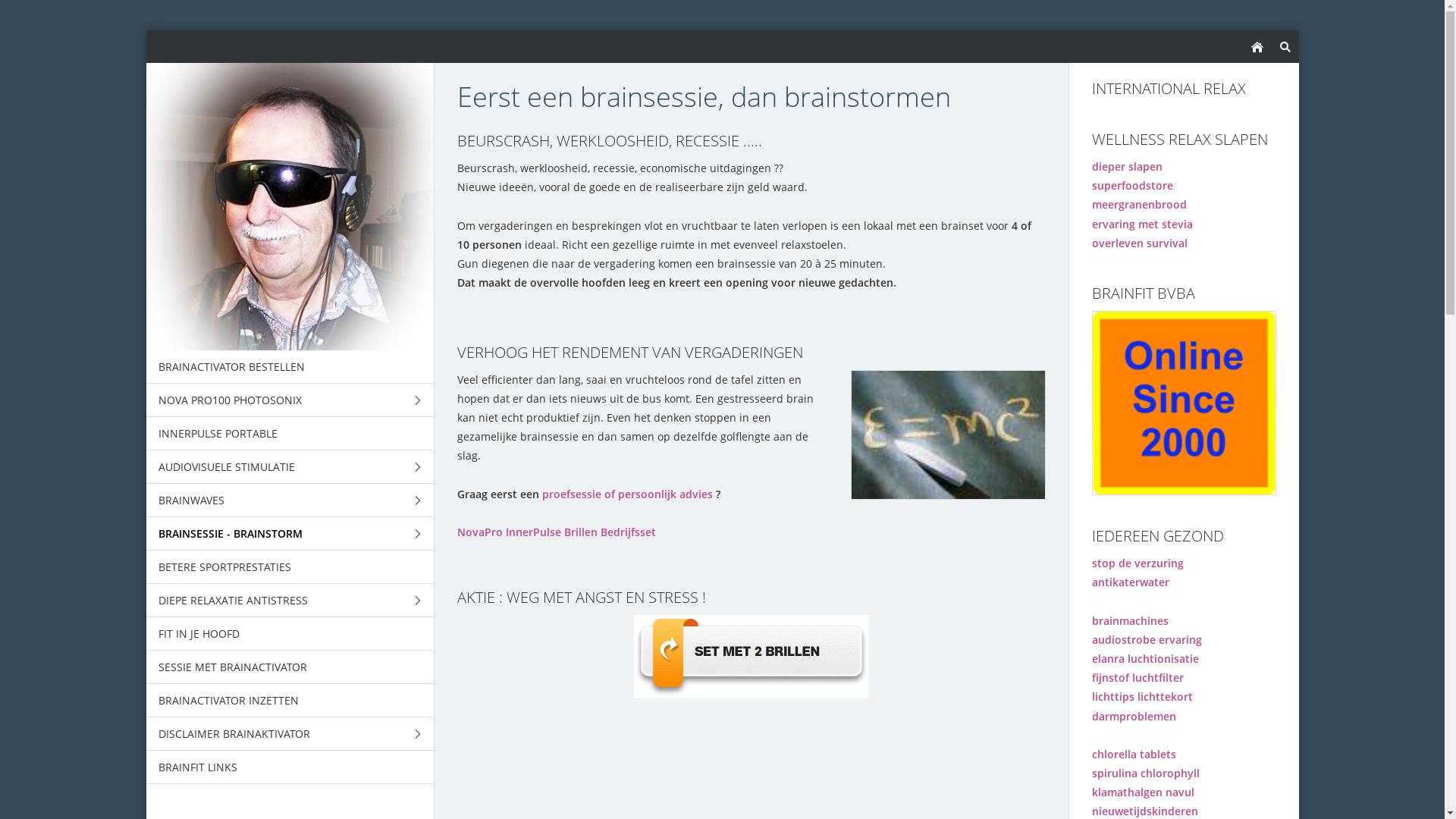  I want to click on 'DIEPE RELAXATIE ANTISTRESS', so click(289, 599).